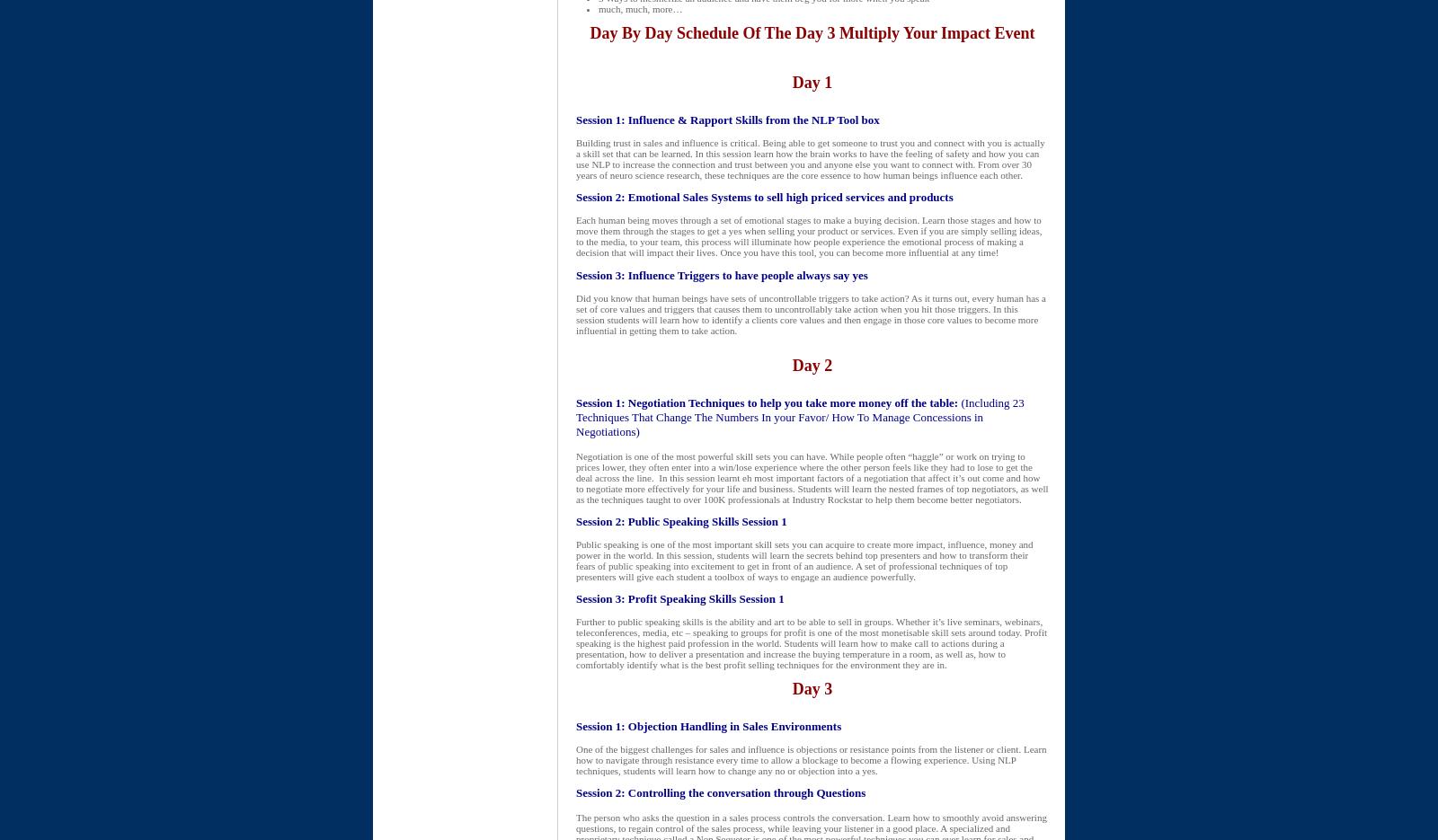 Image resolution: width=1438 pixels, height=840 pixels. I want to click on 'Session 1:  Influence & Rapport Skills from the NLP Tool box', so click(726, 119).